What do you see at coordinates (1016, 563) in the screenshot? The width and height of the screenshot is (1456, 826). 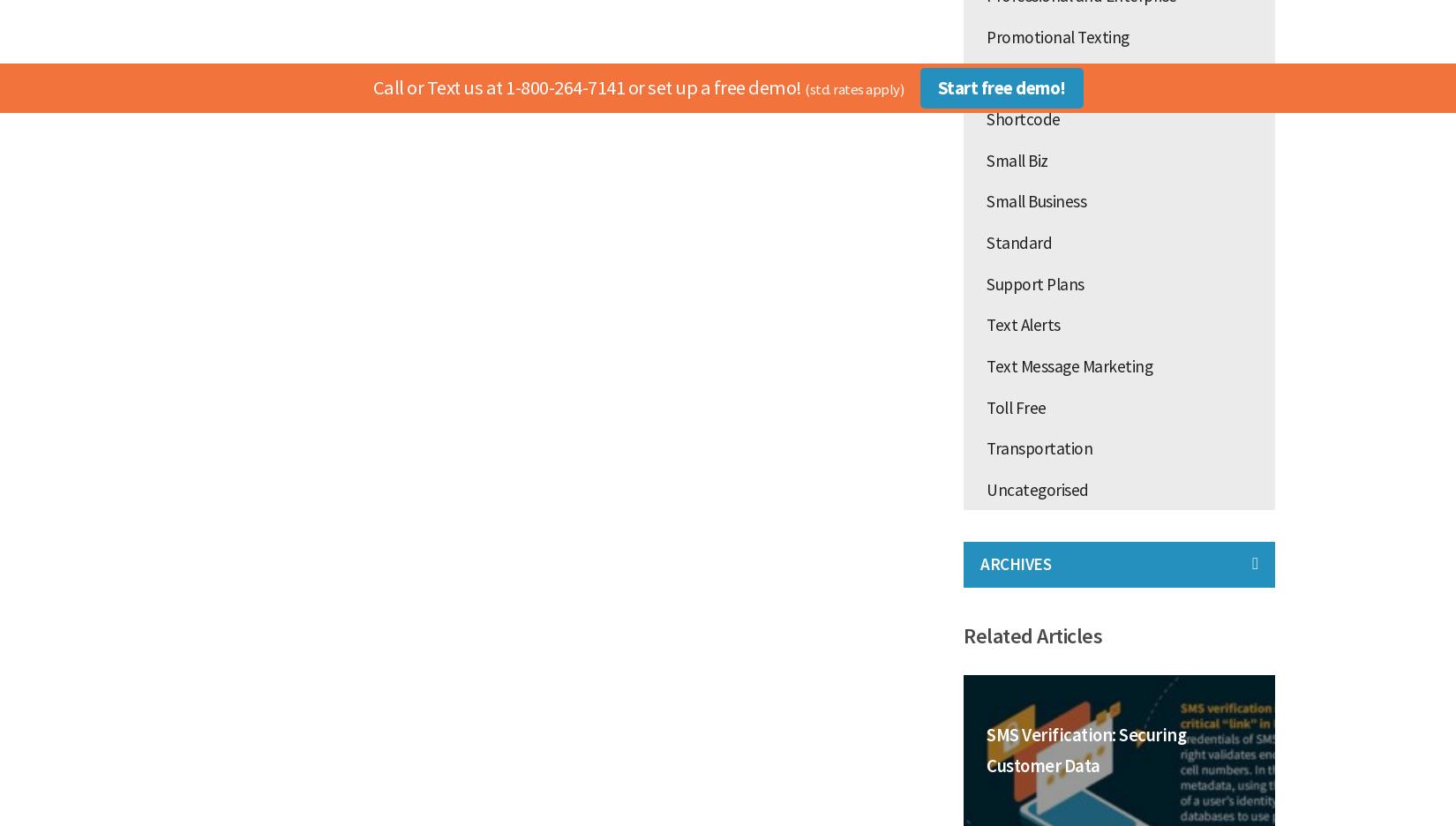 I see `'Archives'` at bounding box center [1016, 563].